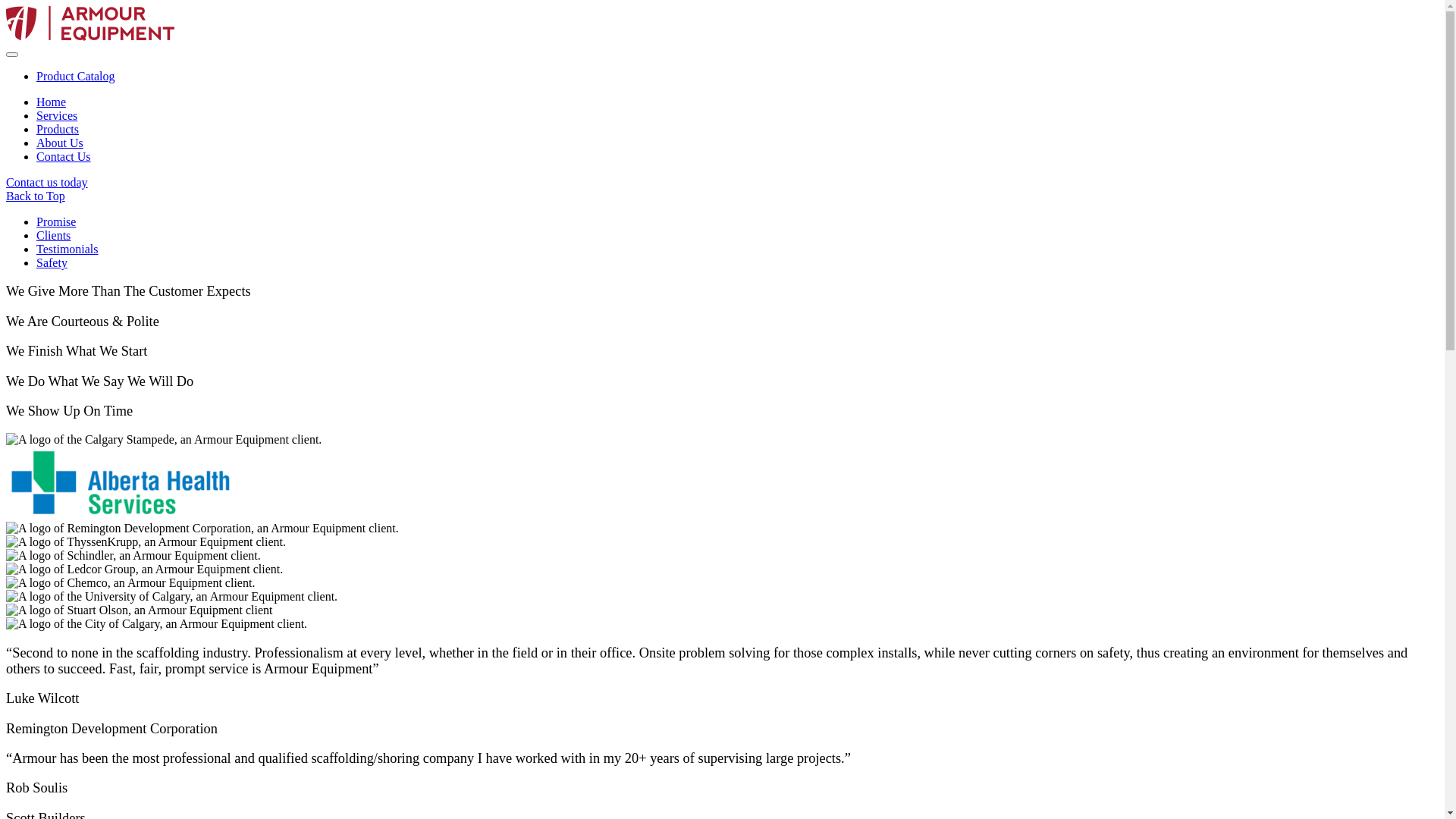 This screenshot has width=1456, height=819. What do you see at coordinates (52, 262) in the screenshot?
I see `'Safety'` at bounding box center [52, 262].